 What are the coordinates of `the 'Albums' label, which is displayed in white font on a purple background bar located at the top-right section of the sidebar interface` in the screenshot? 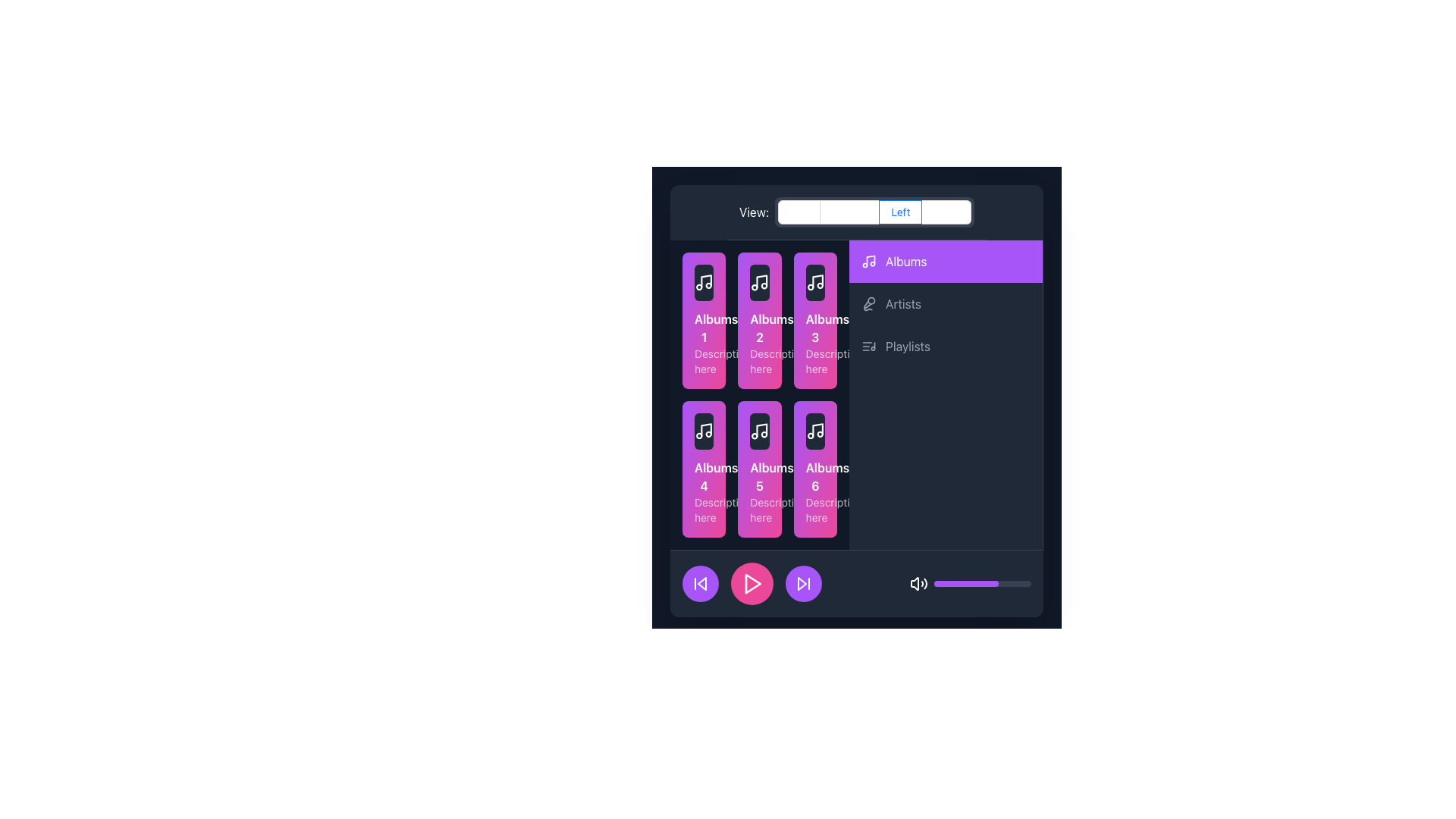 It's located at (906, 260).